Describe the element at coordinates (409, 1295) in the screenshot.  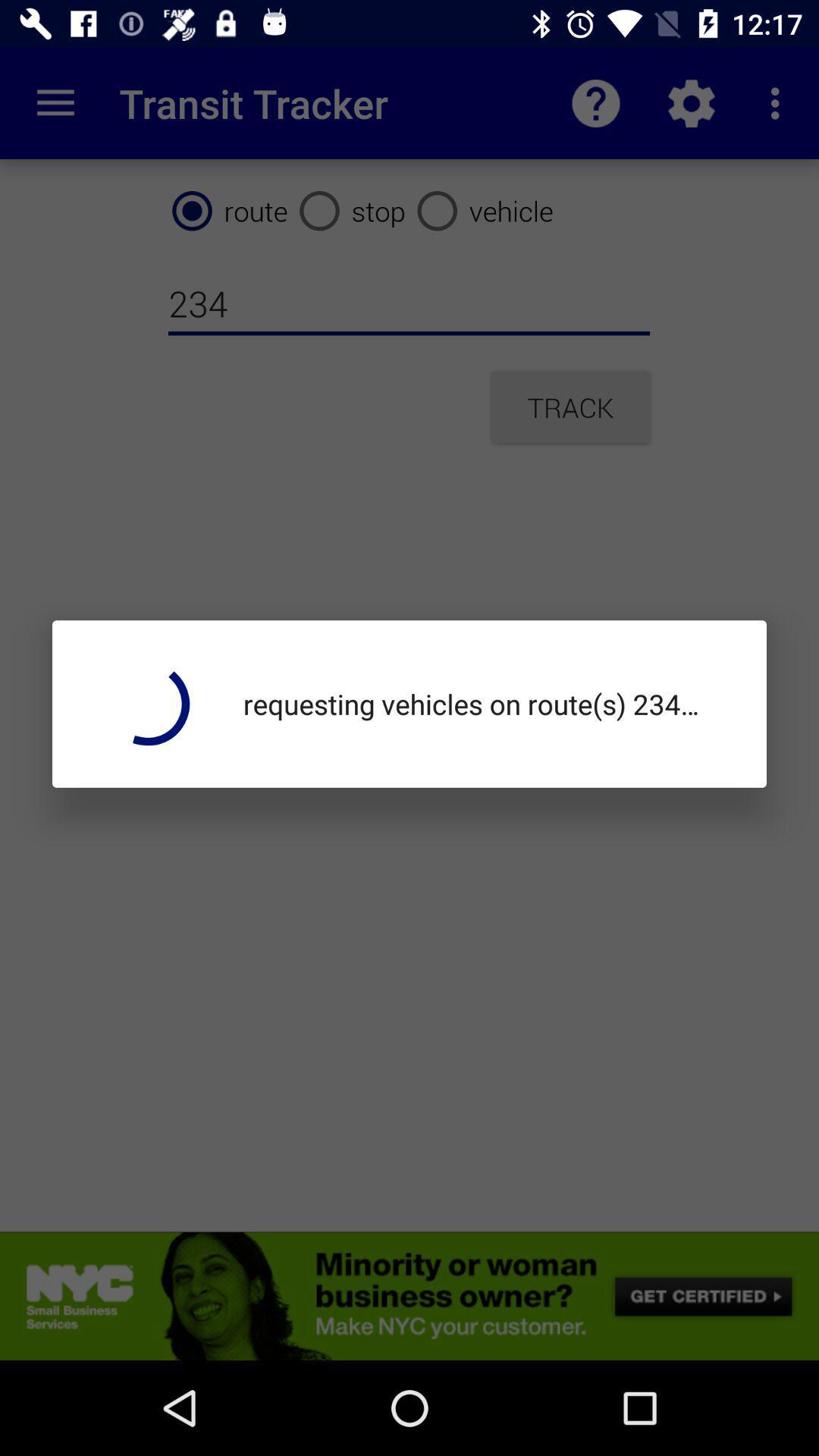
I see `advertisement link` at that location.